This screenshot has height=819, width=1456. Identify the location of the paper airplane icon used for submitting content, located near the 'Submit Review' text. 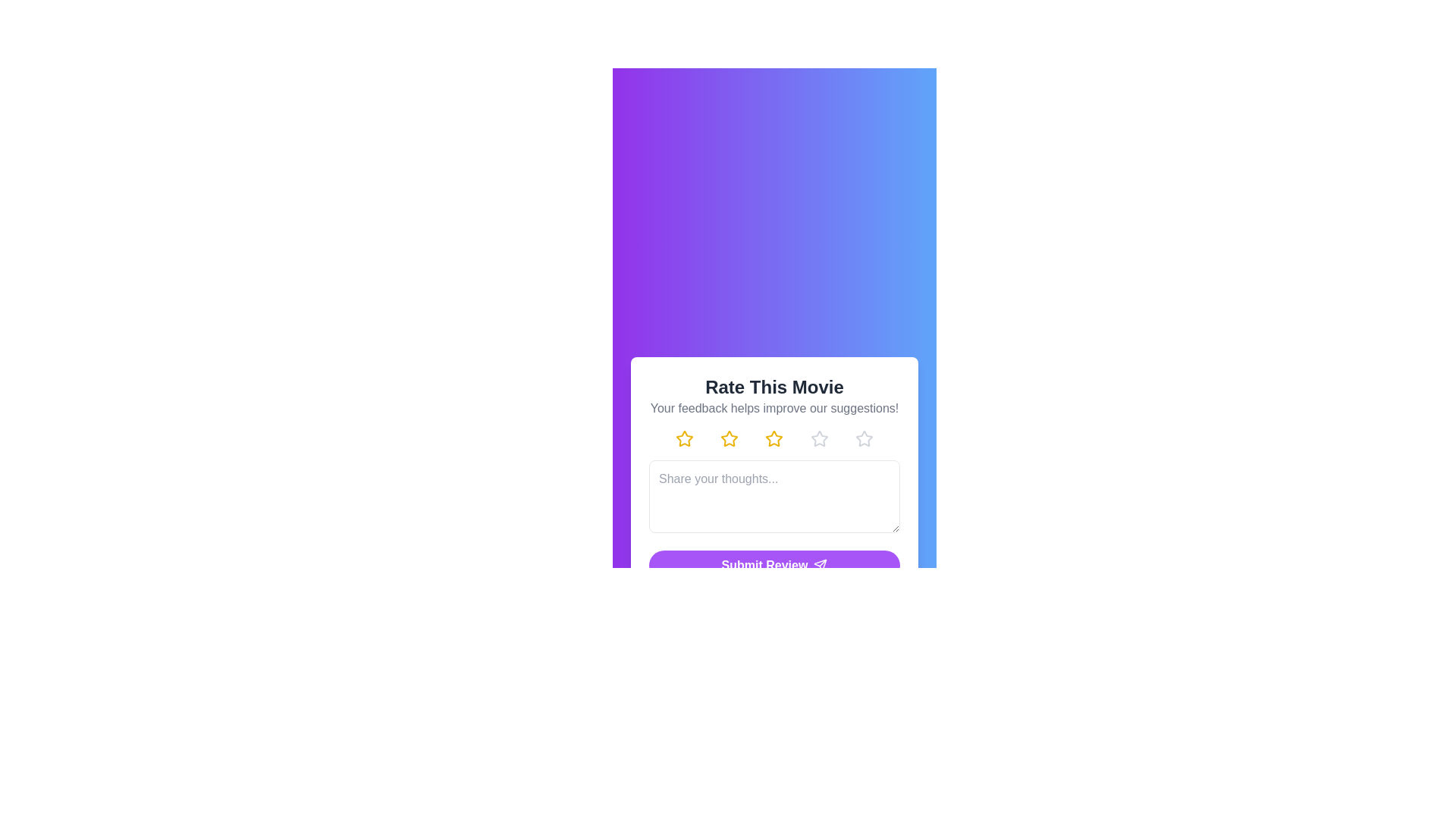
(820, 565).